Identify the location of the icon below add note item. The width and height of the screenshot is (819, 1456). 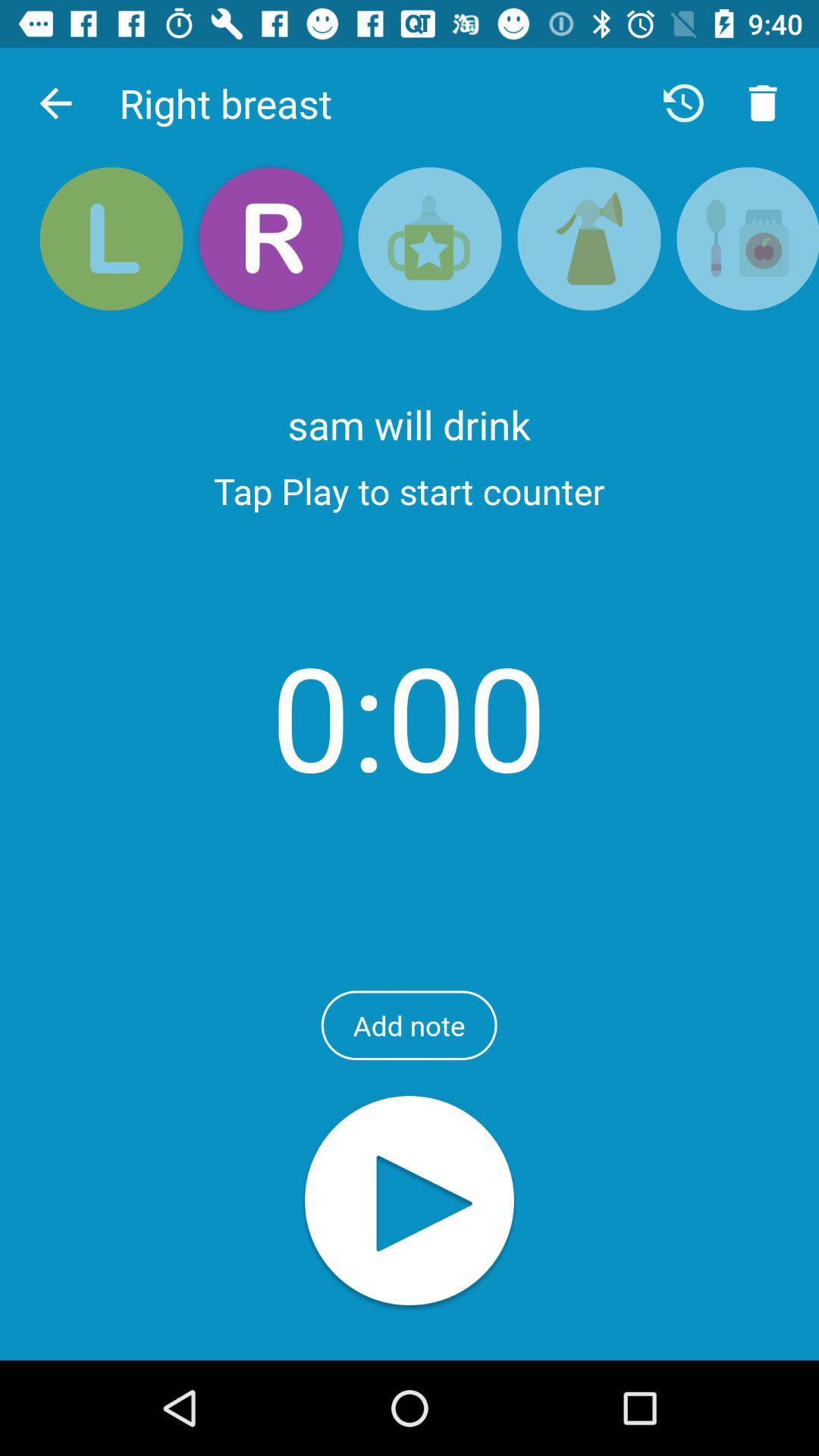
(409, 1201).